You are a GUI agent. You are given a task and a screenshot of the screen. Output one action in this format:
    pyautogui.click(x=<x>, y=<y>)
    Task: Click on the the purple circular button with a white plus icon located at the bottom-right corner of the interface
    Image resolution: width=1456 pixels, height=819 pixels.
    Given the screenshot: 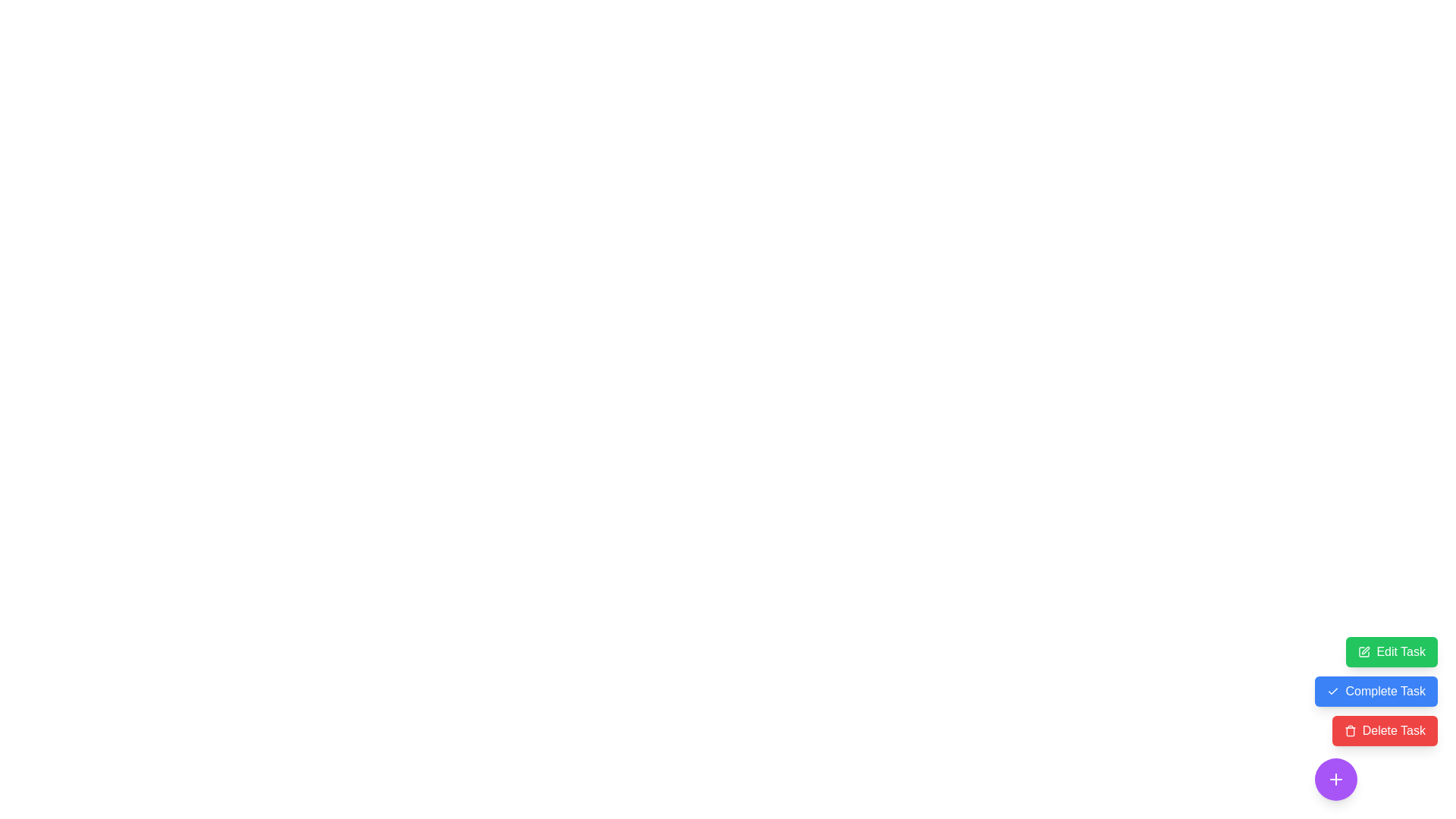 What is the action you would take?
    pyautogui.click(x=1336, y=780)
    